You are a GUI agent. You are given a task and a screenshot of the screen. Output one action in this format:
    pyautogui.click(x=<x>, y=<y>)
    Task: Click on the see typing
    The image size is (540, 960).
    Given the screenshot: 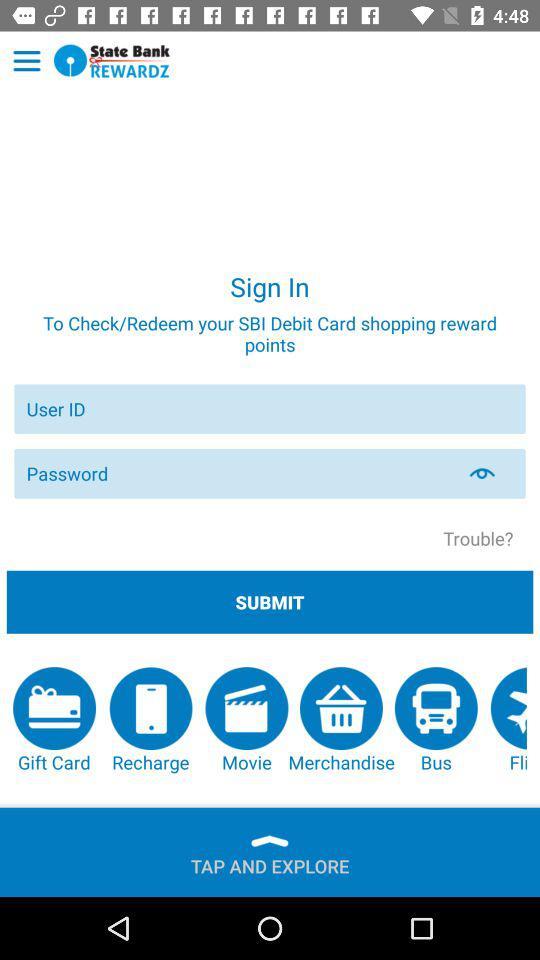 What is the action you would take?
    pyautogui.click(x=493, y=473)
    